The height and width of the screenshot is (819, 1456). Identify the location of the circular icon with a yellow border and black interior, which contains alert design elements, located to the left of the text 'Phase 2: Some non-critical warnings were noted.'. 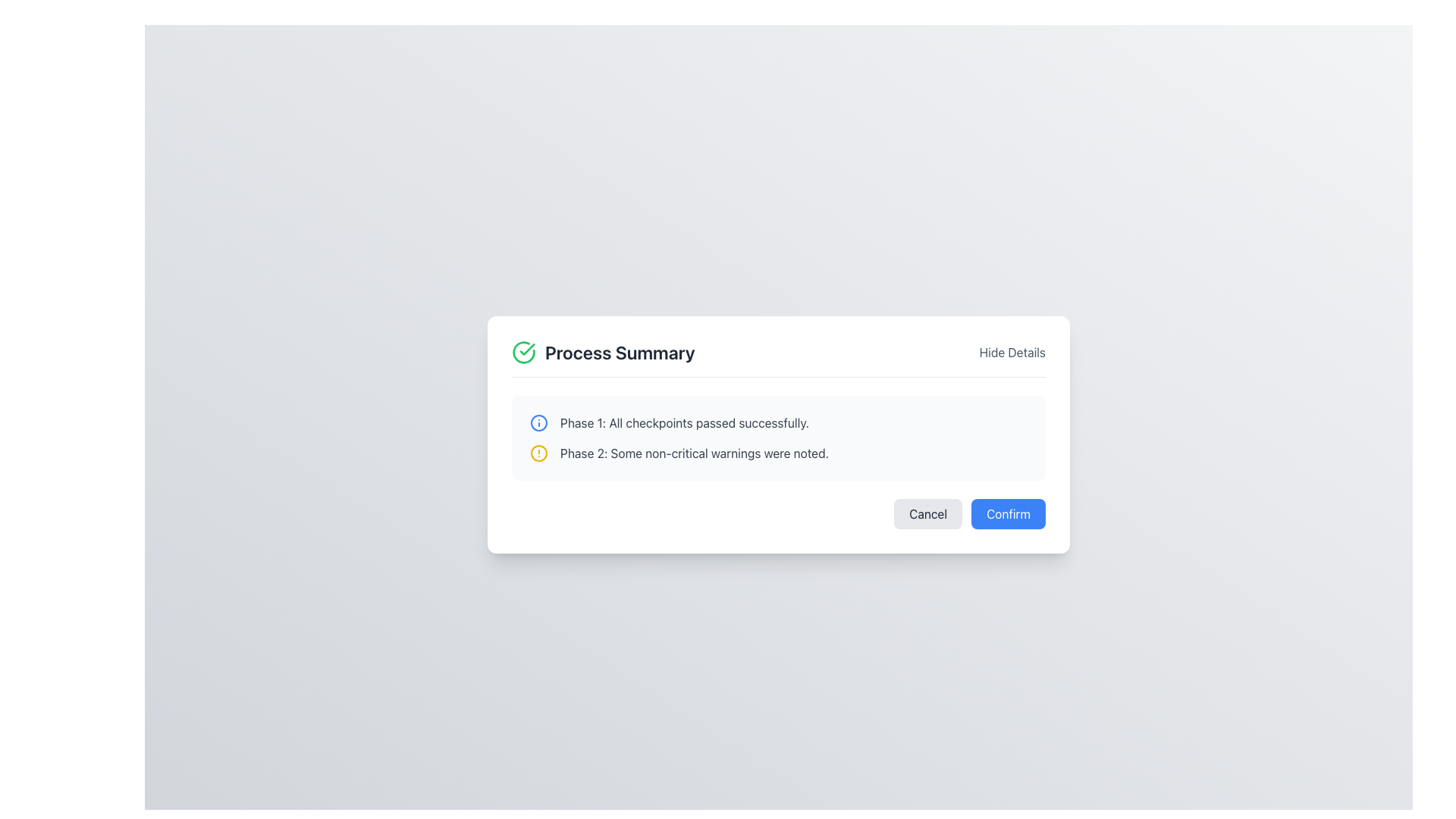
(538, 452).